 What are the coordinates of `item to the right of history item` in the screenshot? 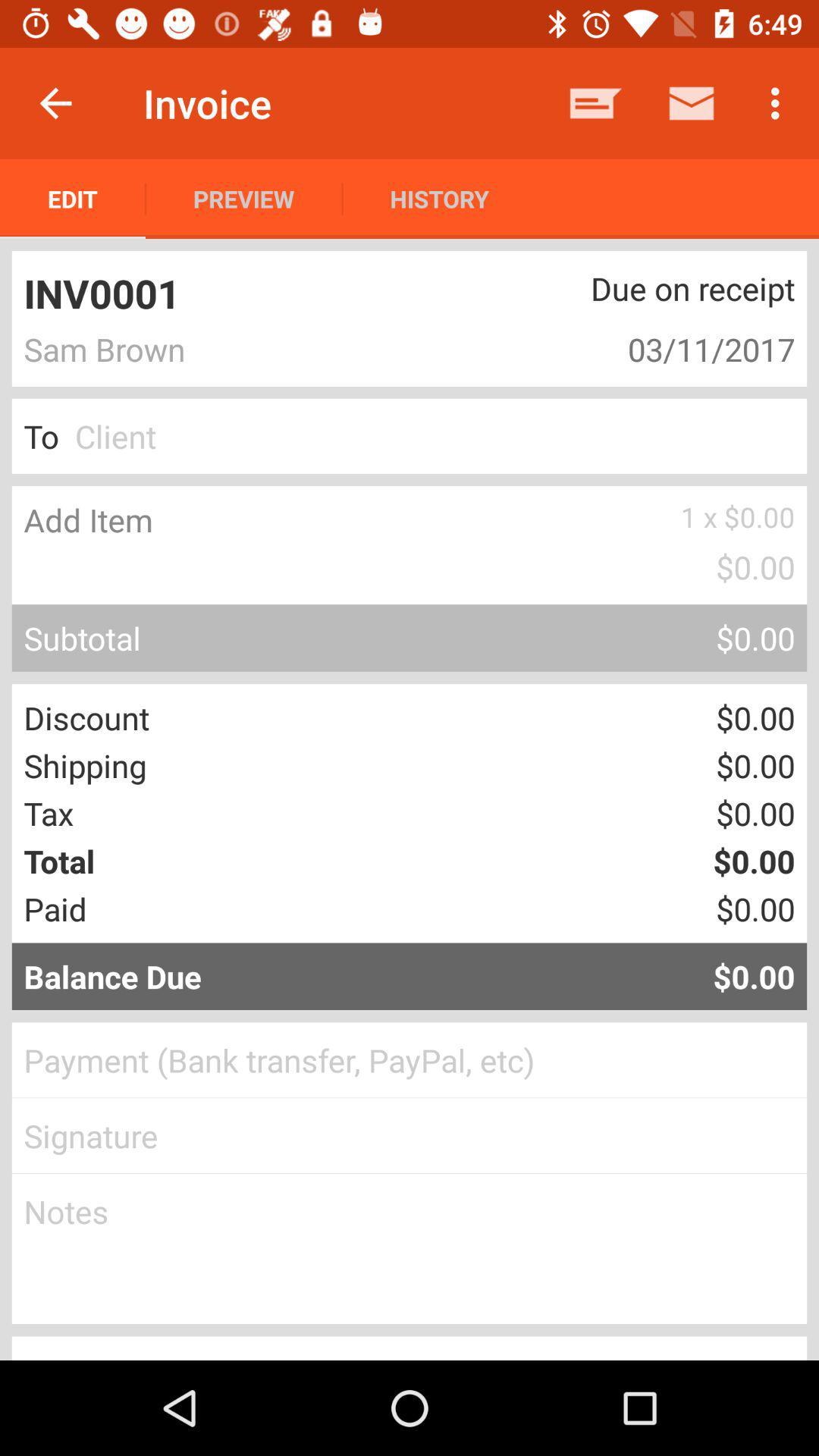 It's located at (595, 102).